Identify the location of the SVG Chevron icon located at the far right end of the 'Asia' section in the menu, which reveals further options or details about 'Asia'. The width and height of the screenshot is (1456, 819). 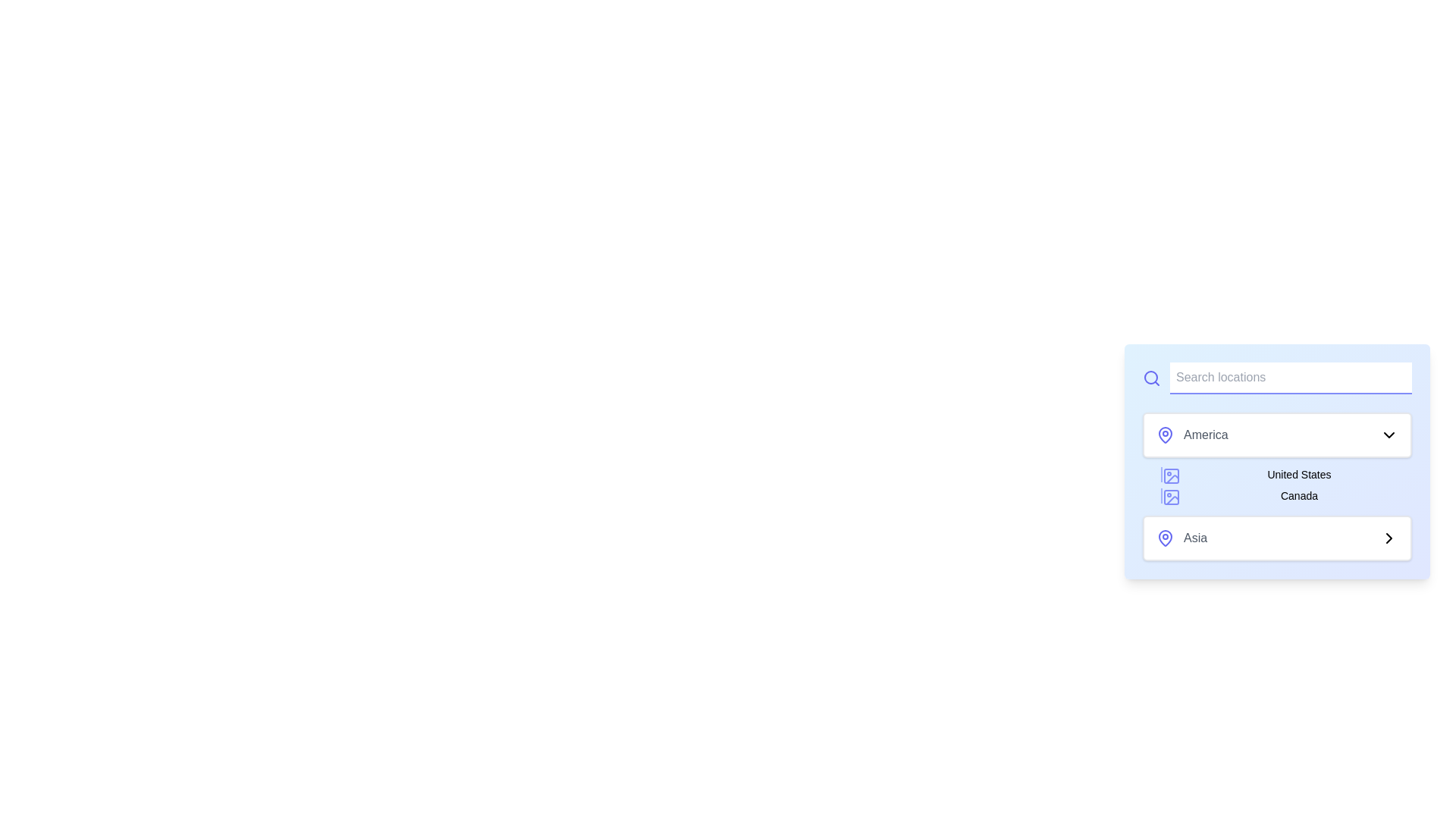
(1389, 537).